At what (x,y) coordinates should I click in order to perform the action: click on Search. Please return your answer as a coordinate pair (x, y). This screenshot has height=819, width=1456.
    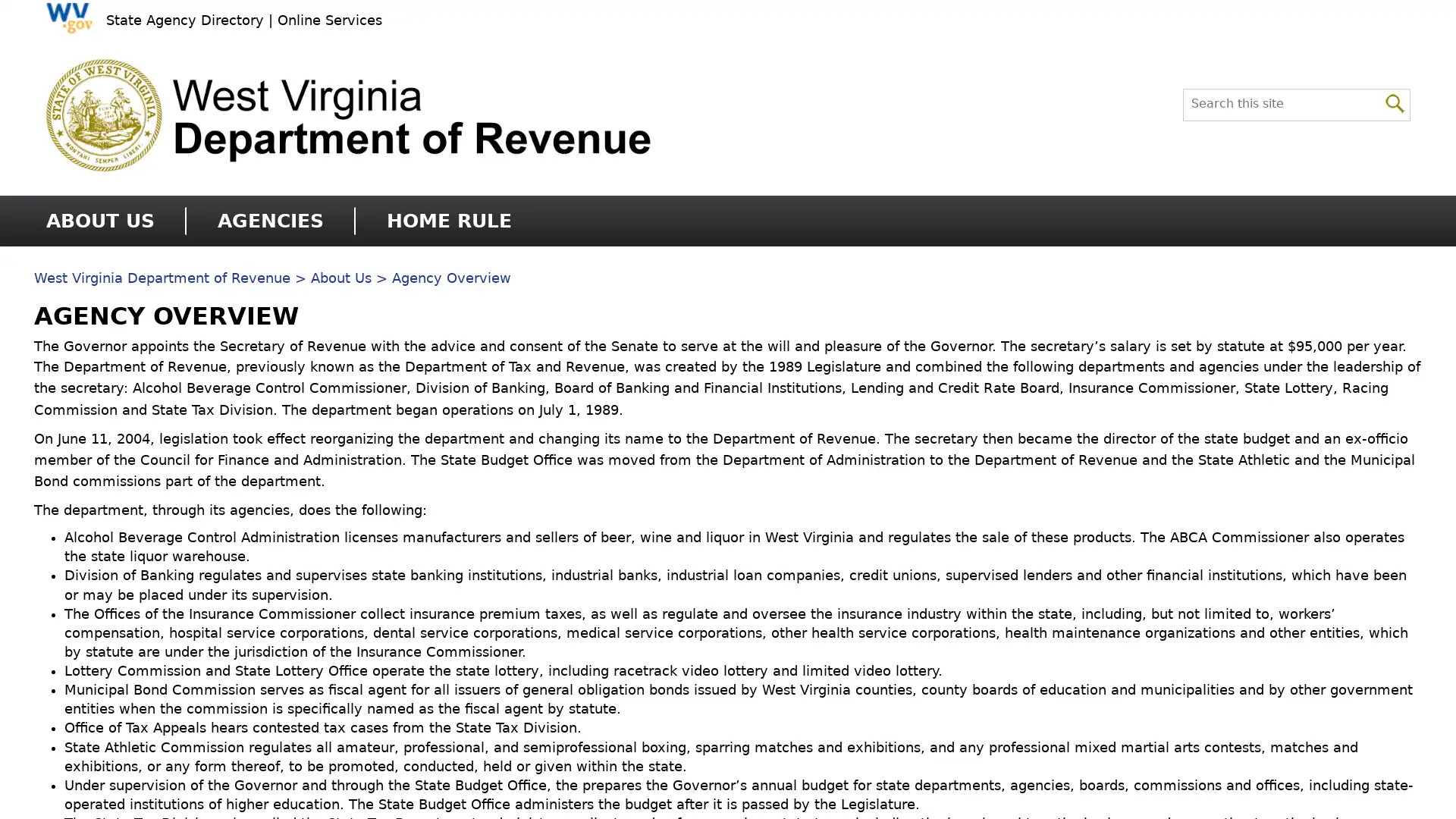
    Looking at the image, I should click on (1395, 102).